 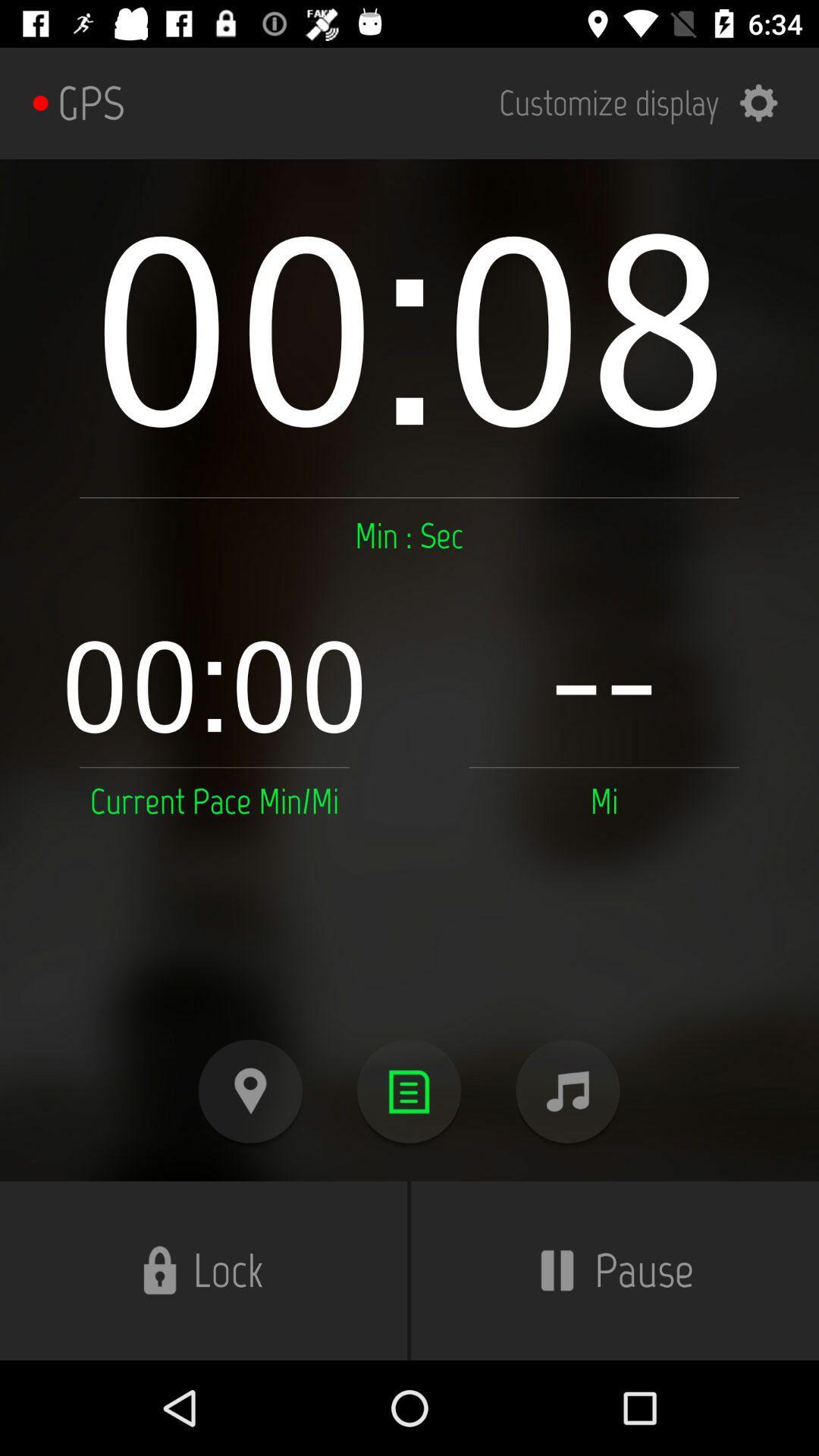 What do you see at coordinates (408, 1090) in the screenshot?
I see `main` at bounding box center [408, 1090].